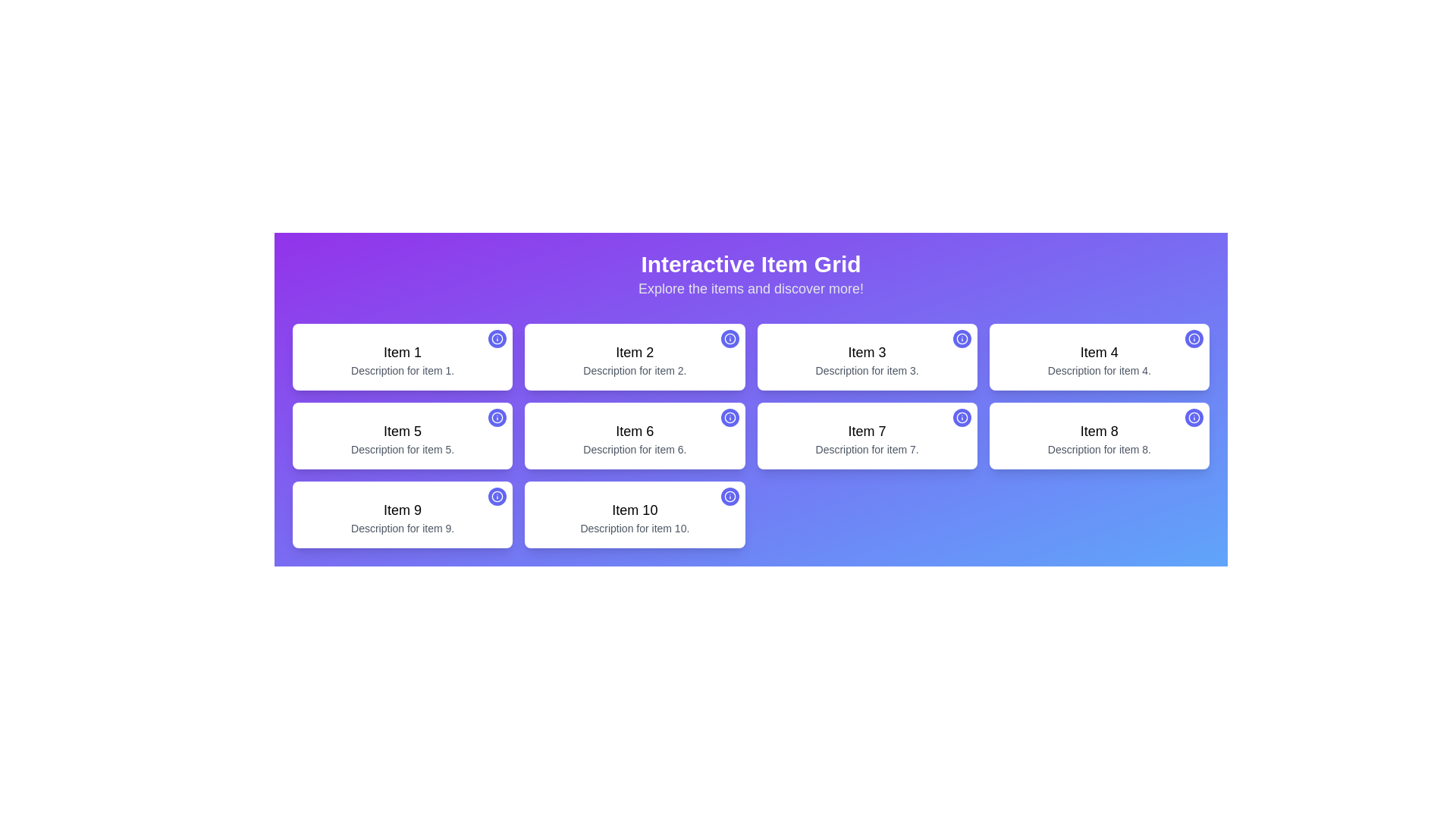 The width and height of the screenshot is (1456, 819). I want to click on the button located in the top-right corner of the card labeled 'Item 9', so click(497, 497).